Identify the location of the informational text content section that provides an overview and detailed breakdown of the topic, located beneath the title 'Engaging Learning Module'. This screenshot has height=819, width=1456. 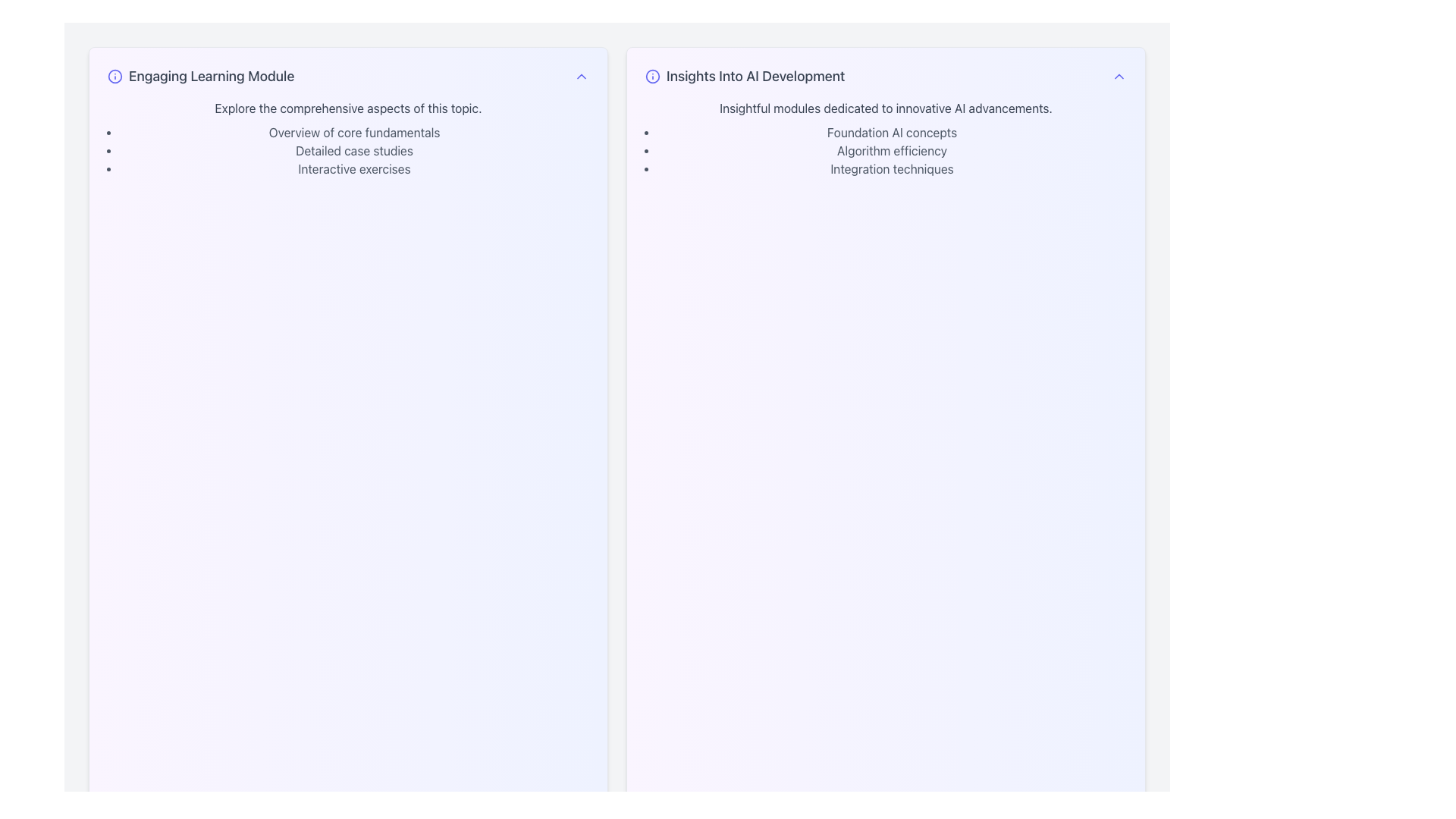
(347, 138).